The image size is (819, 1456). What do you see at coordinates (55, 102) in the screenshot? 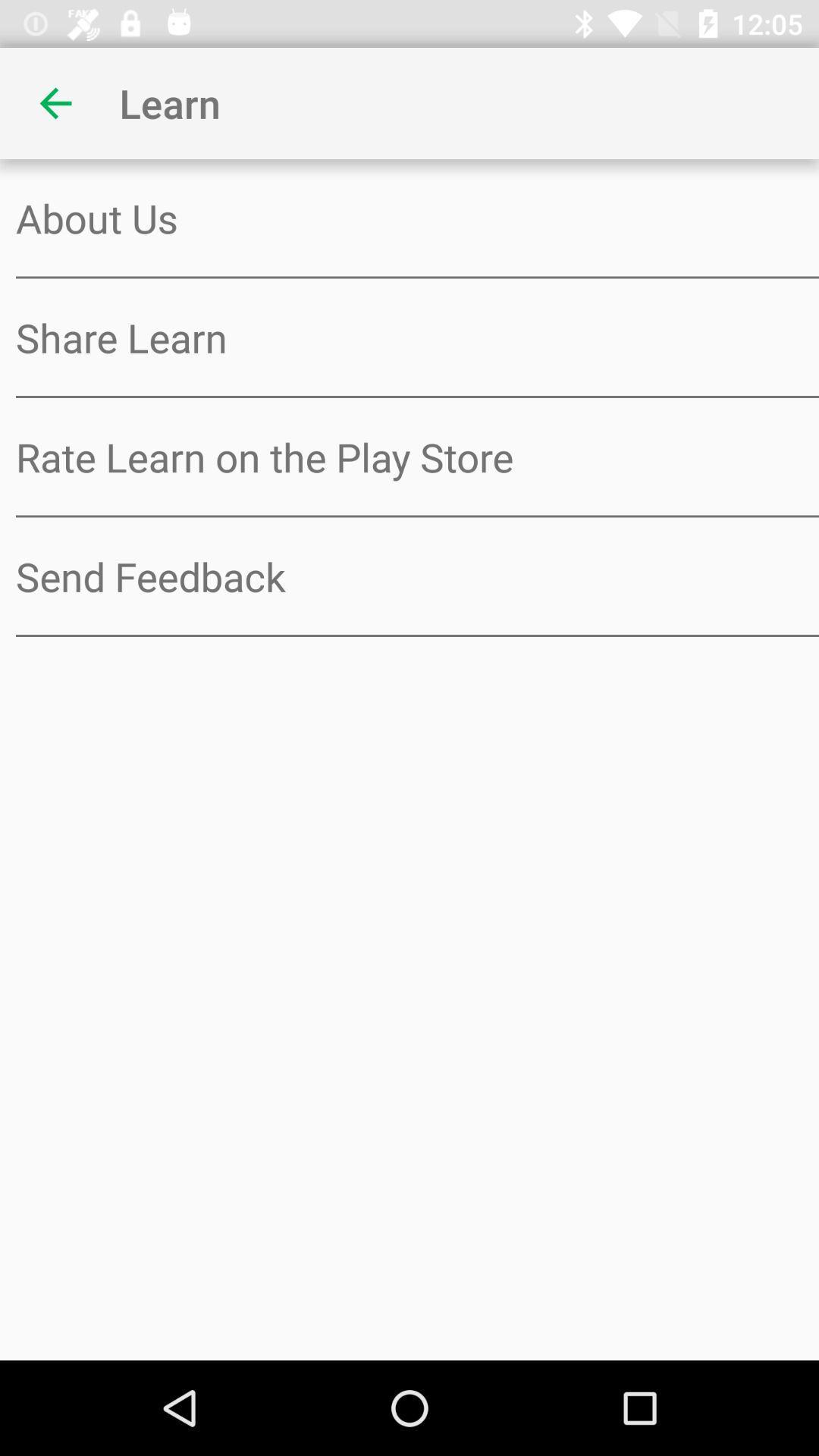
I see `the item next to learn item` at bounding box center [55, 102].